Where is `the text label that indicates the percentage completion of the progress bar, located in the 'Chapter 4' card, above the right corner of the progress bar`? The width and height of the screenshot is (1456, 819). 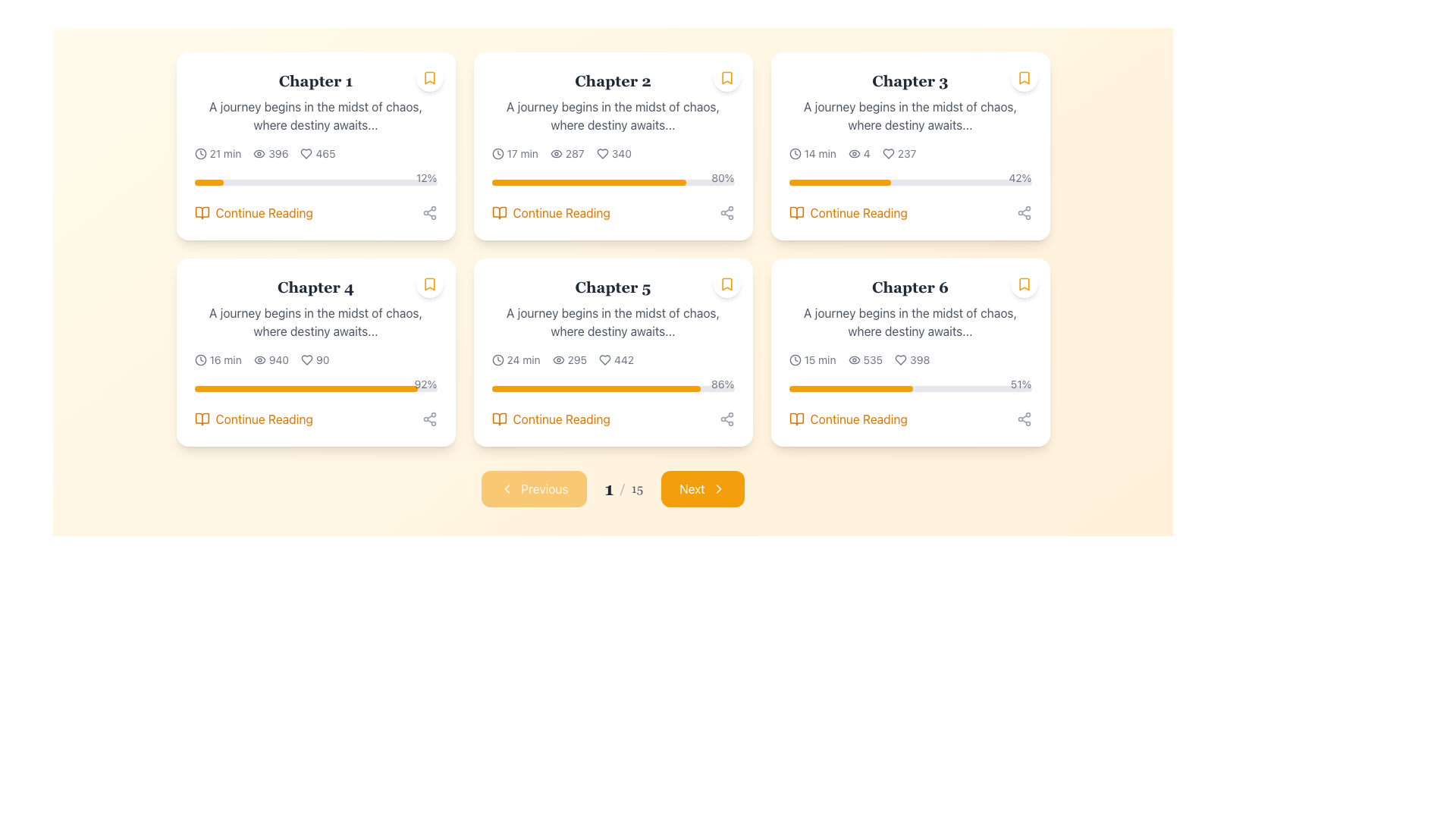 the text label that indicates the percentage completion of the progress bar, located in the 'Chapter 4' card, above the right corner of the progress bar is located at coordinates (425, 383).